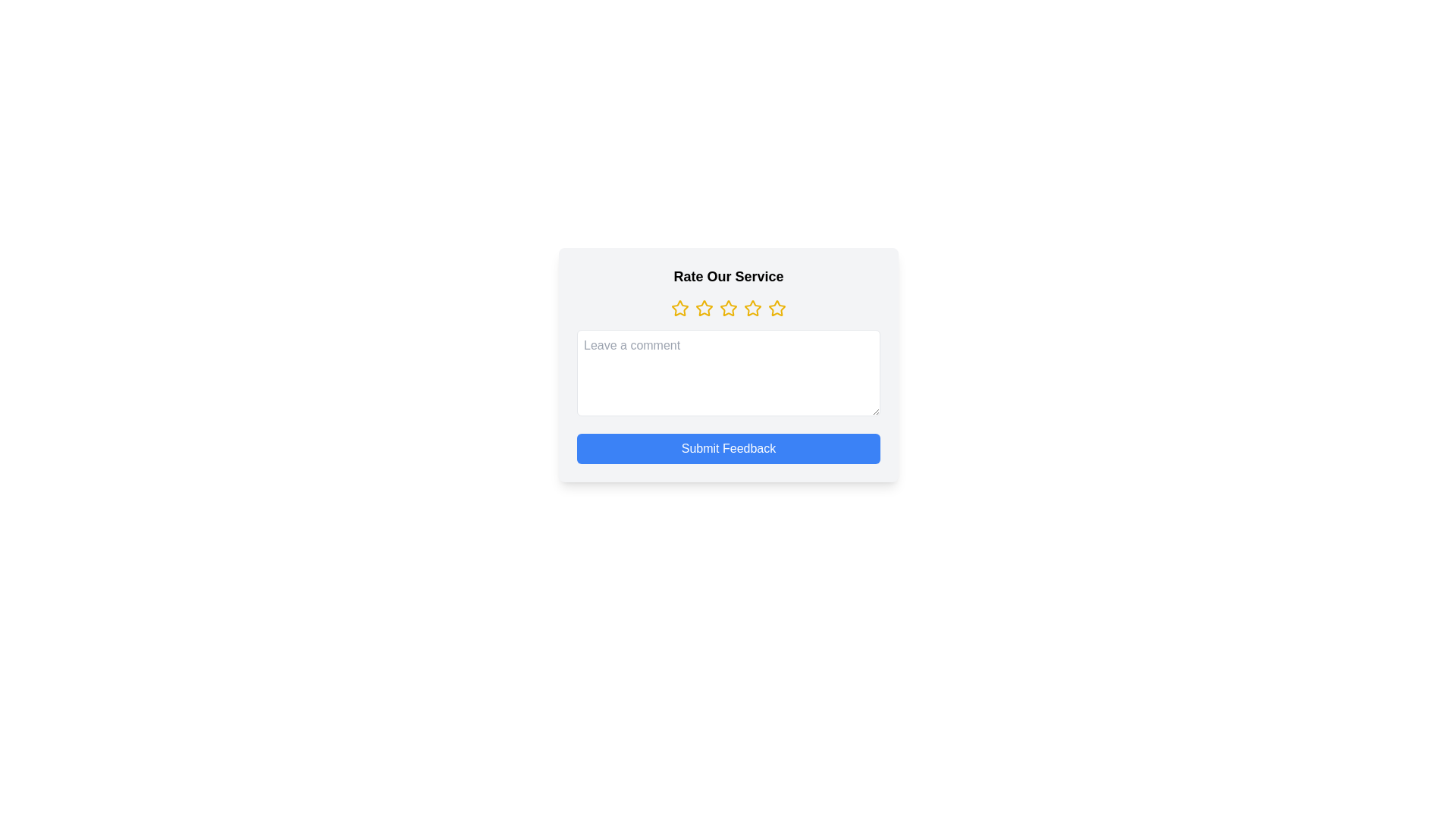 This screenshot has width=1456, height=819. I want to click on the first yellow outlined star icon in the rating section to rate our service, so click(679, 307).